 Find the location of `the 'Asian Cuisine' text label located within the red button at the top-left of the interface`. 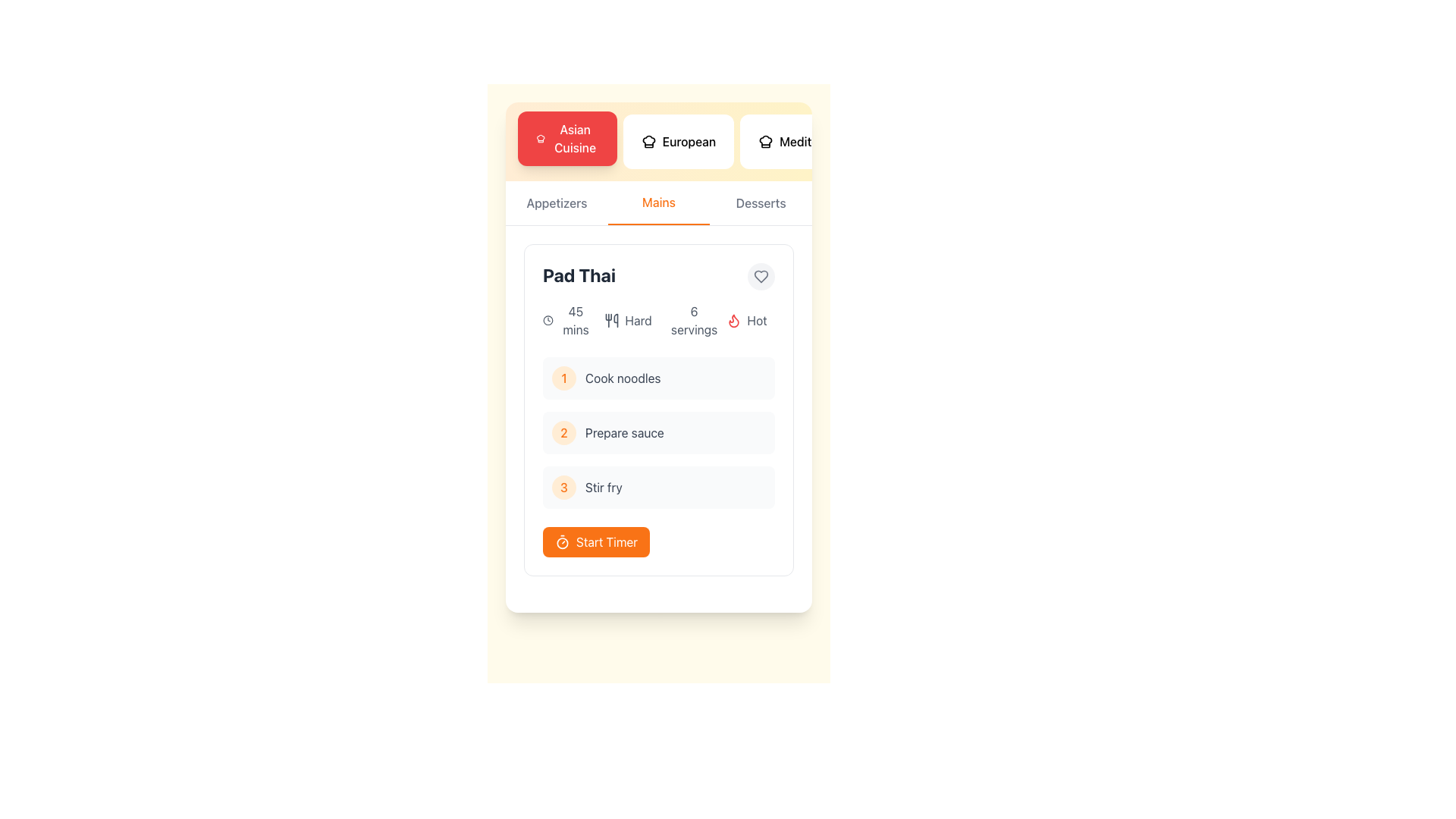

the 'Asian Cuisine' text label located within the red button at the top-left of the interface is located at coordinates (574, 138).